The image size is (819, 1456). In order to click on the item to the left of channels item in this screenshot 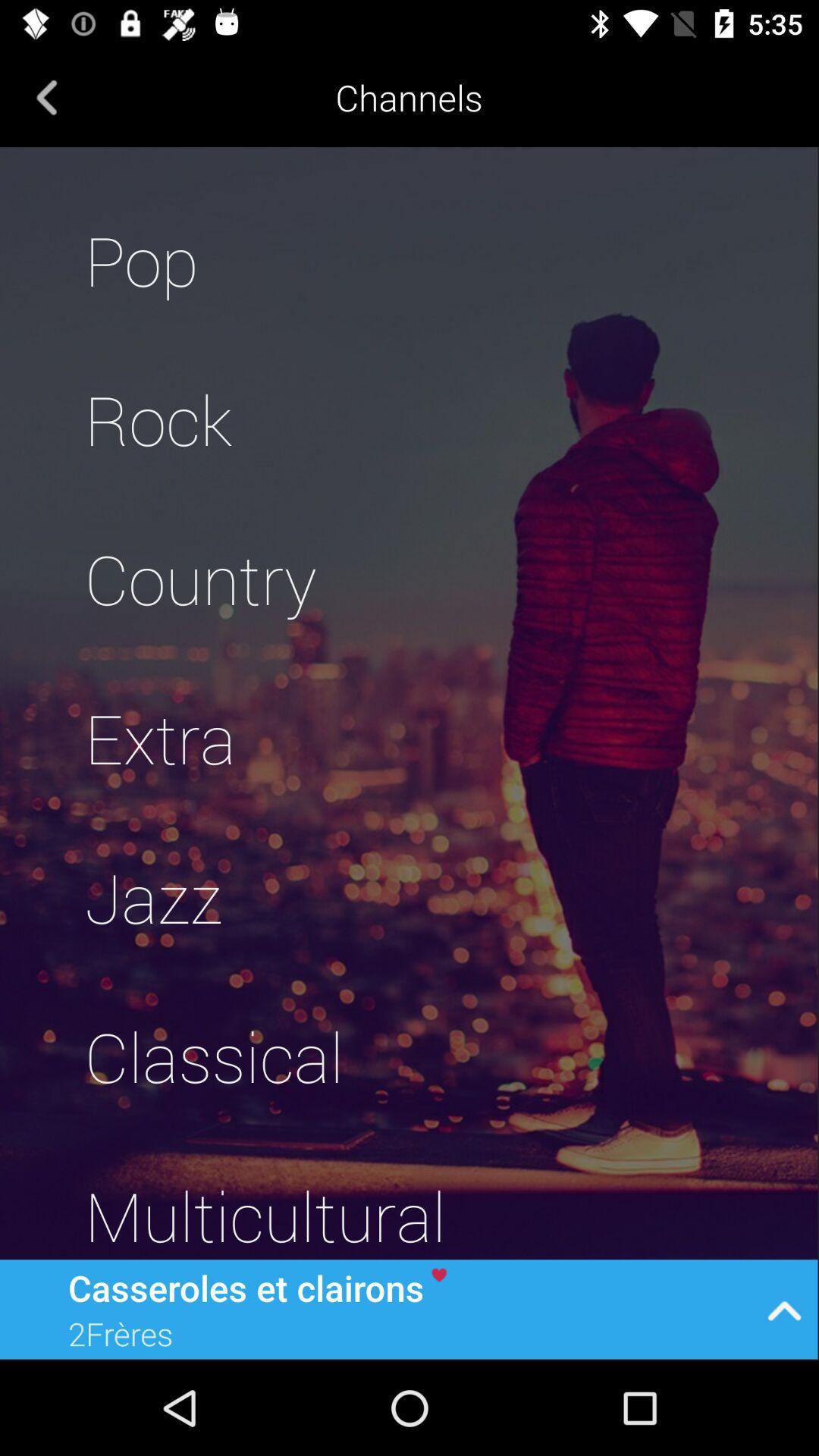, I will do `click(46, 96)`.